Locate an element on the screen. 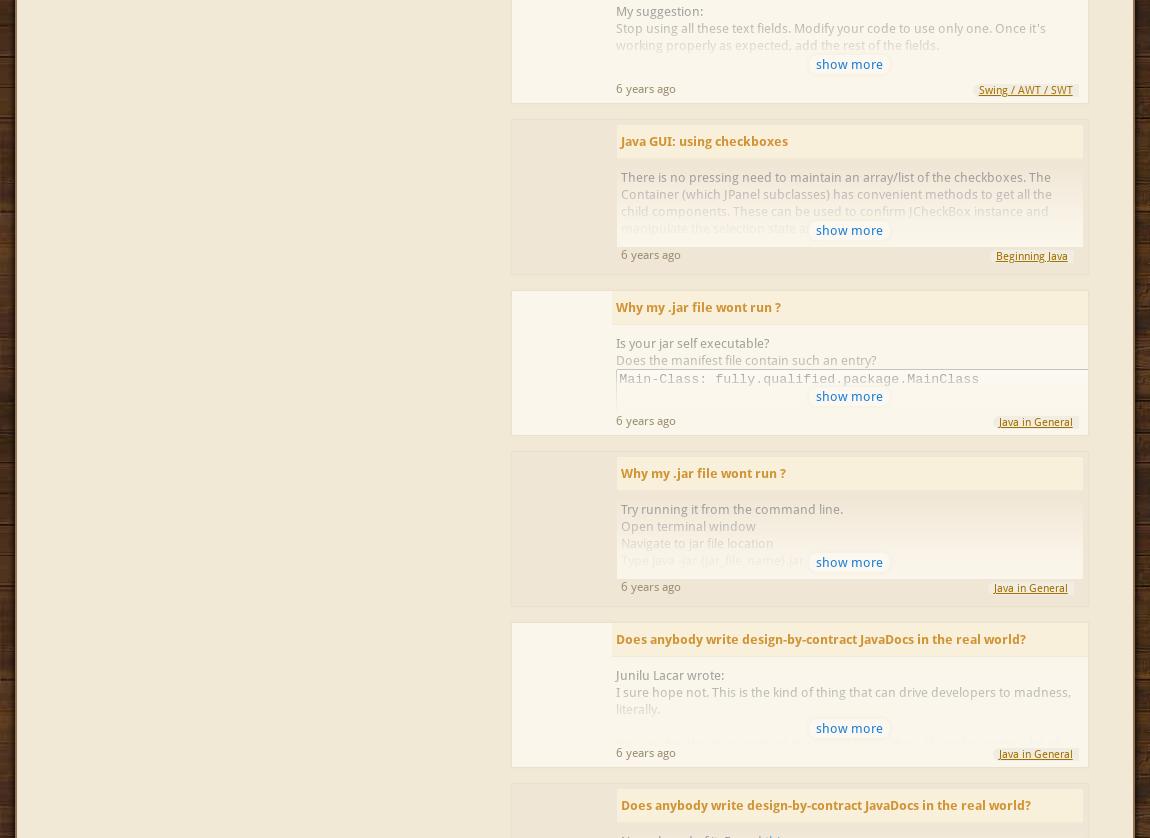  'Try running it from the command line.' is located at coordinates (730, 509).